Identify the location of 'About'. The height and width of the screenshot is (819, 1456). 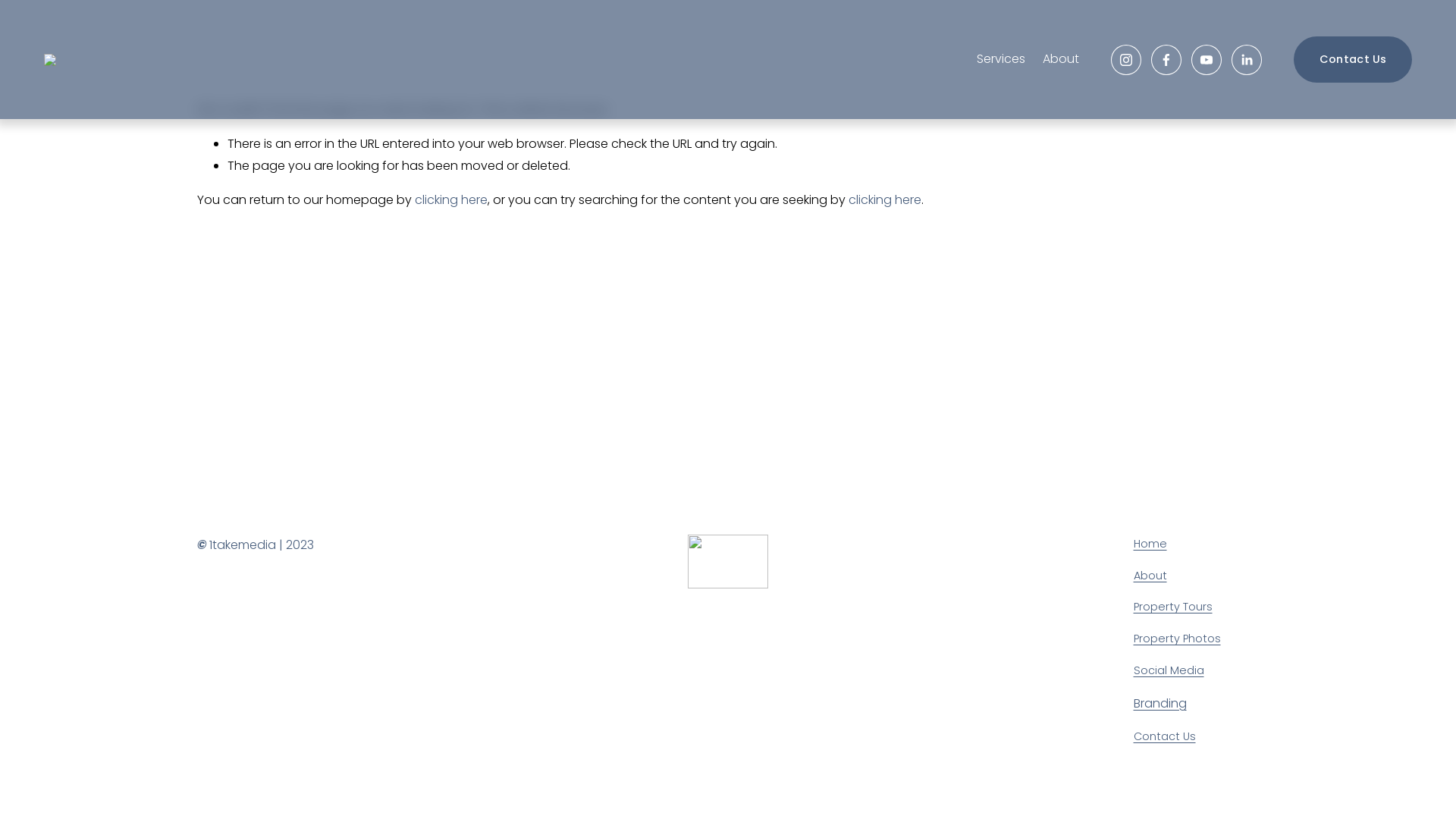
(1041, 58).